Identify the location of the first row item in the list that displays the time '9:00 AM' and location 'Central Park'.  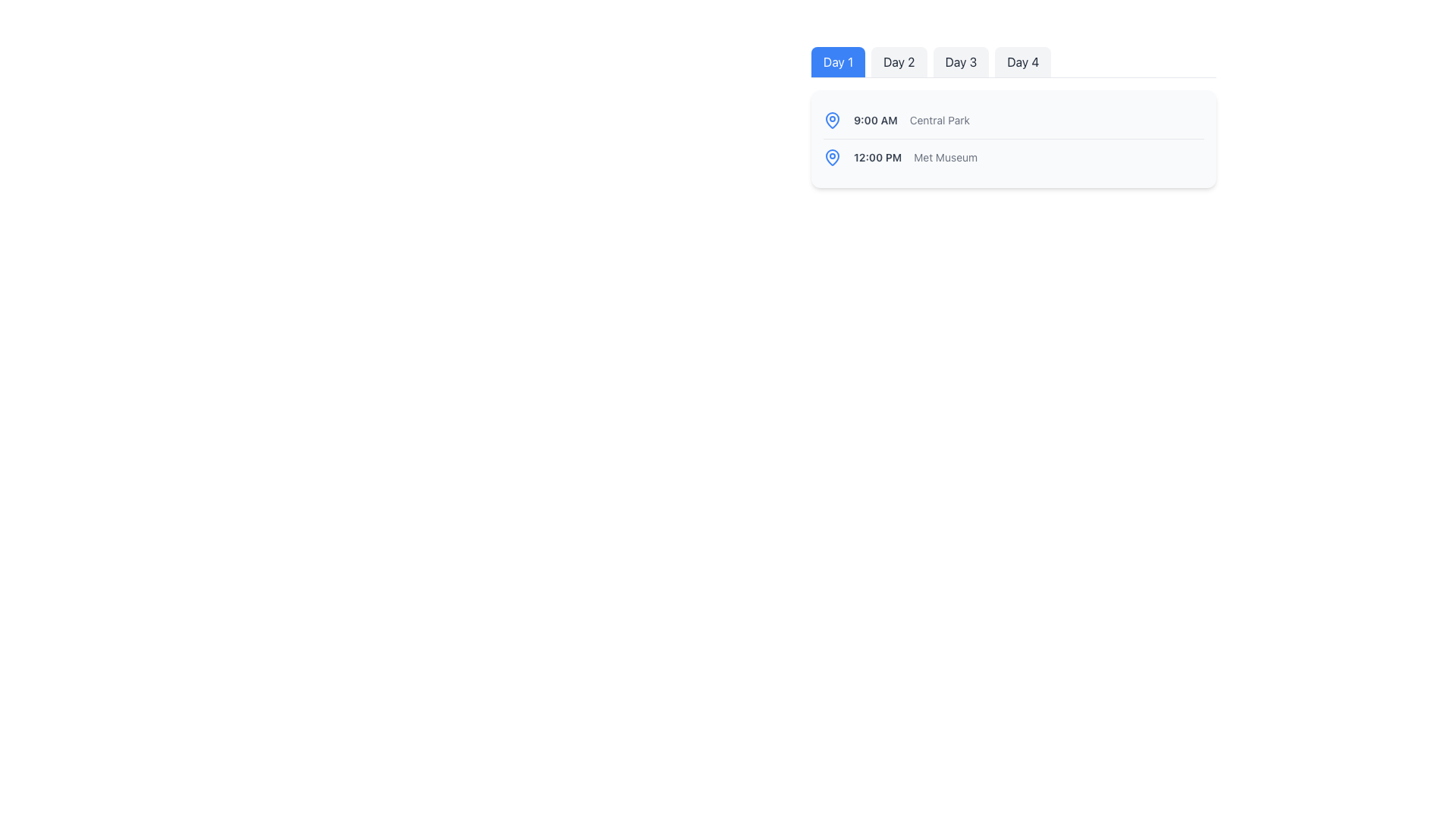
(1014, 119).